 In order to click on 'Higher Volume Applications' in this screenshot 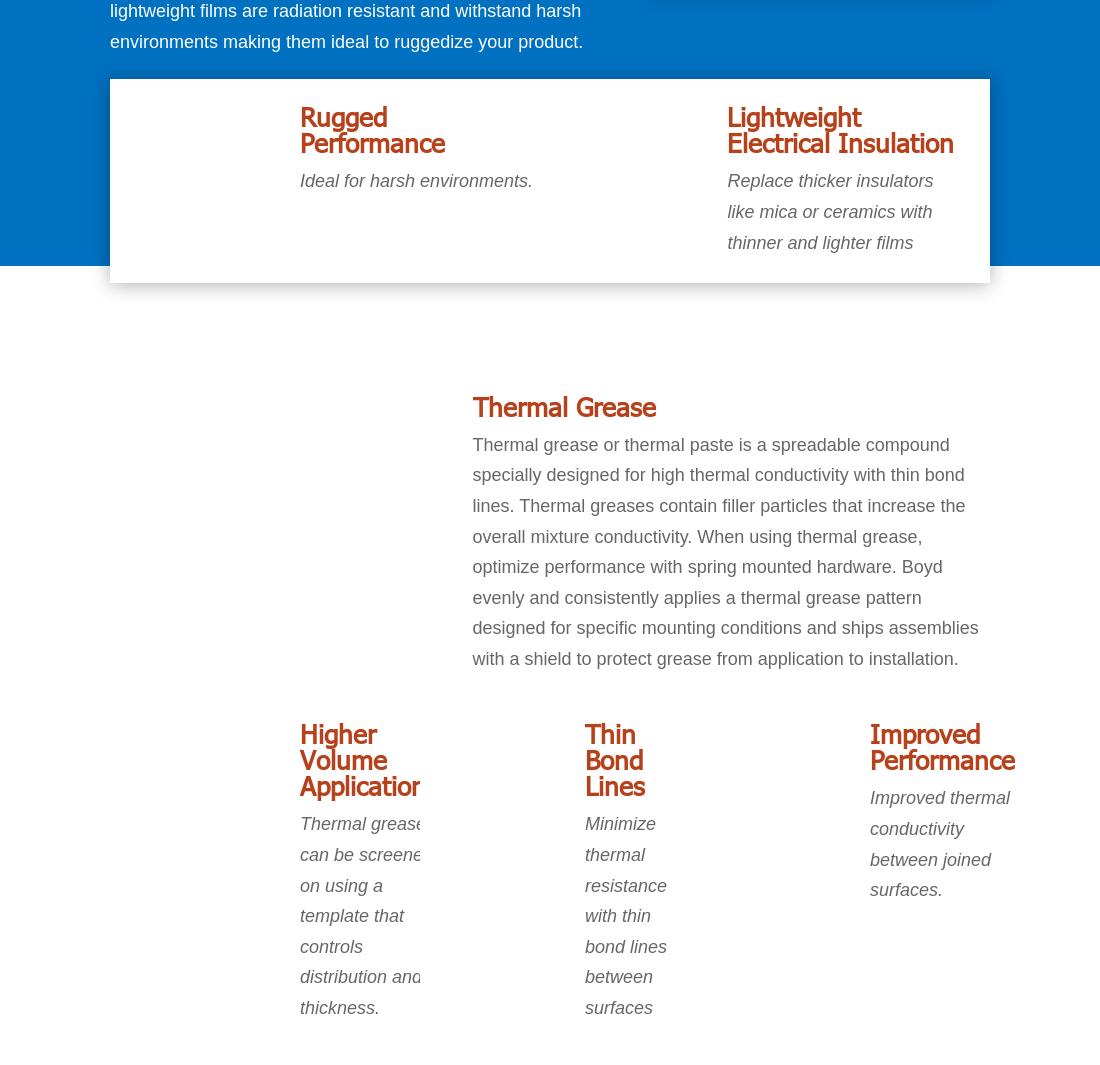, I will do `click(298, 759)`.